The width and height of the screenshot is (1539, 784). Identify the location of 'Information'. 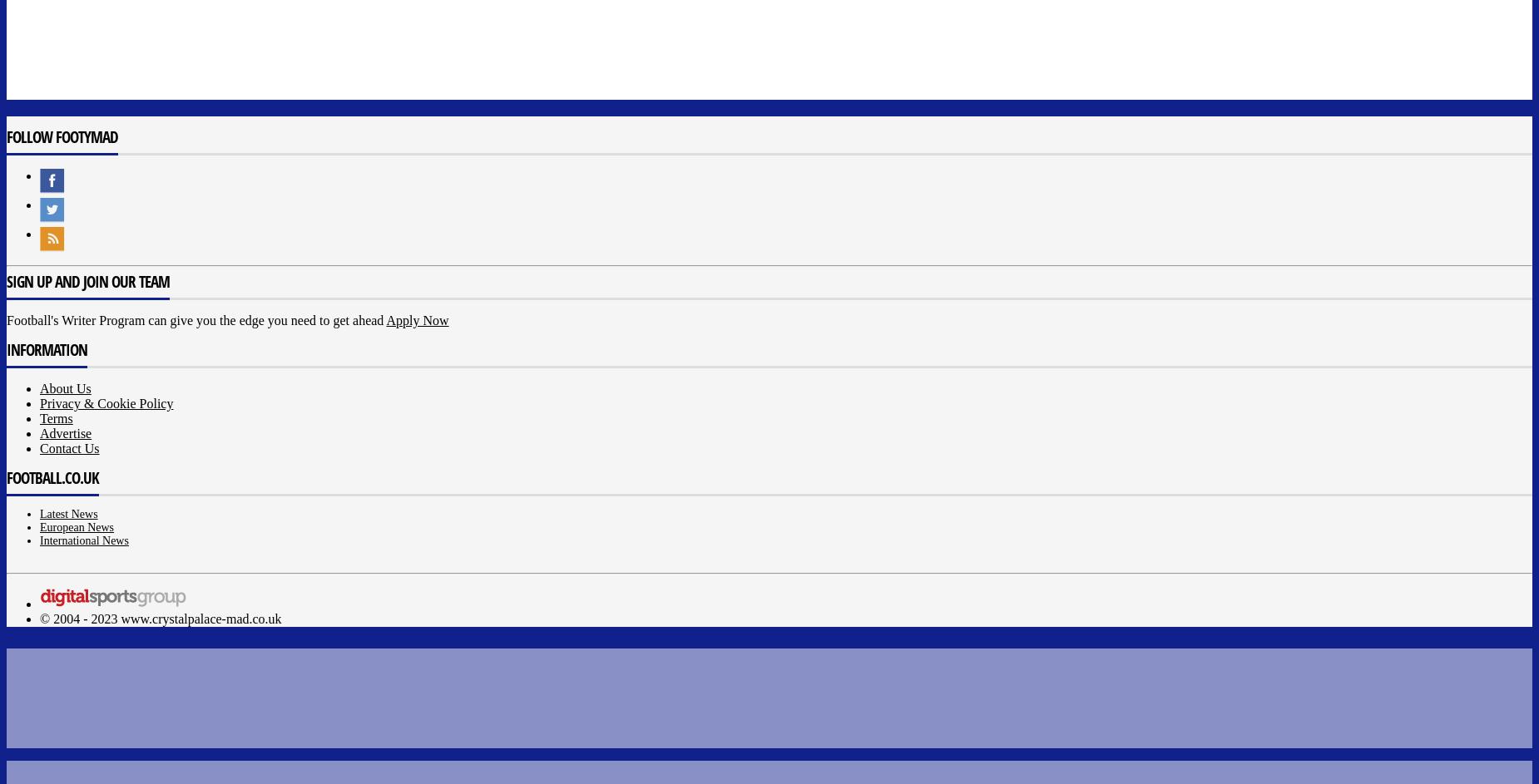
(46, 349).